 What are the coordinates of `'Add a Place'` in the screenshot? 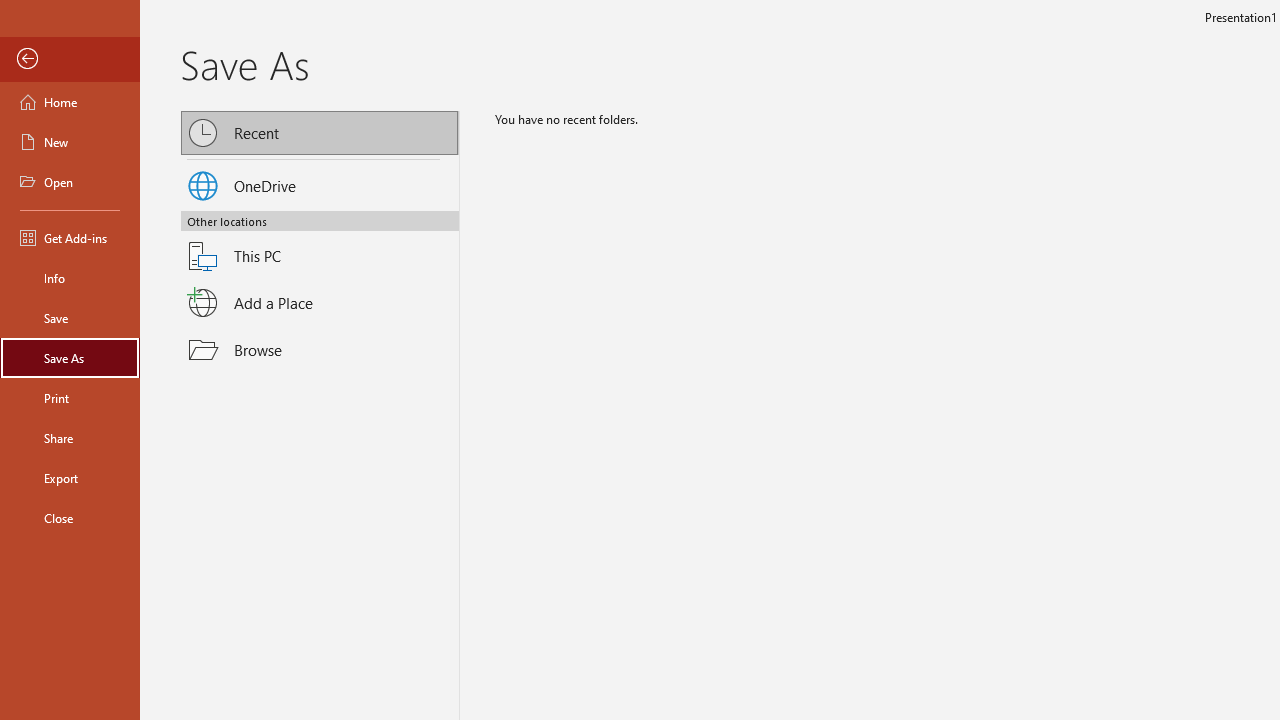 It's located at (320, 302).